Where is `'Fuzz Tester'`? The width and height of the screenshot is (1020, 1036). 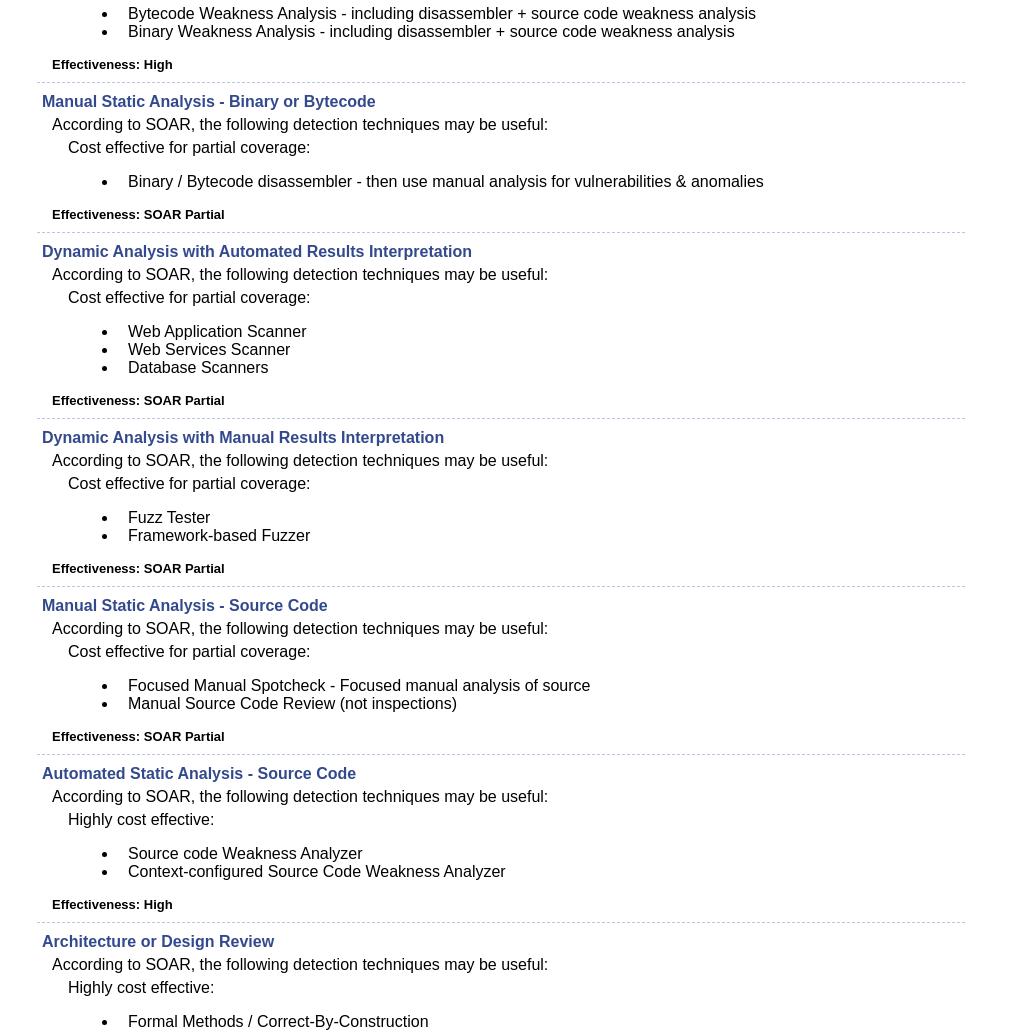 'Fuzz Tester' is located at coordinates (128, 517).